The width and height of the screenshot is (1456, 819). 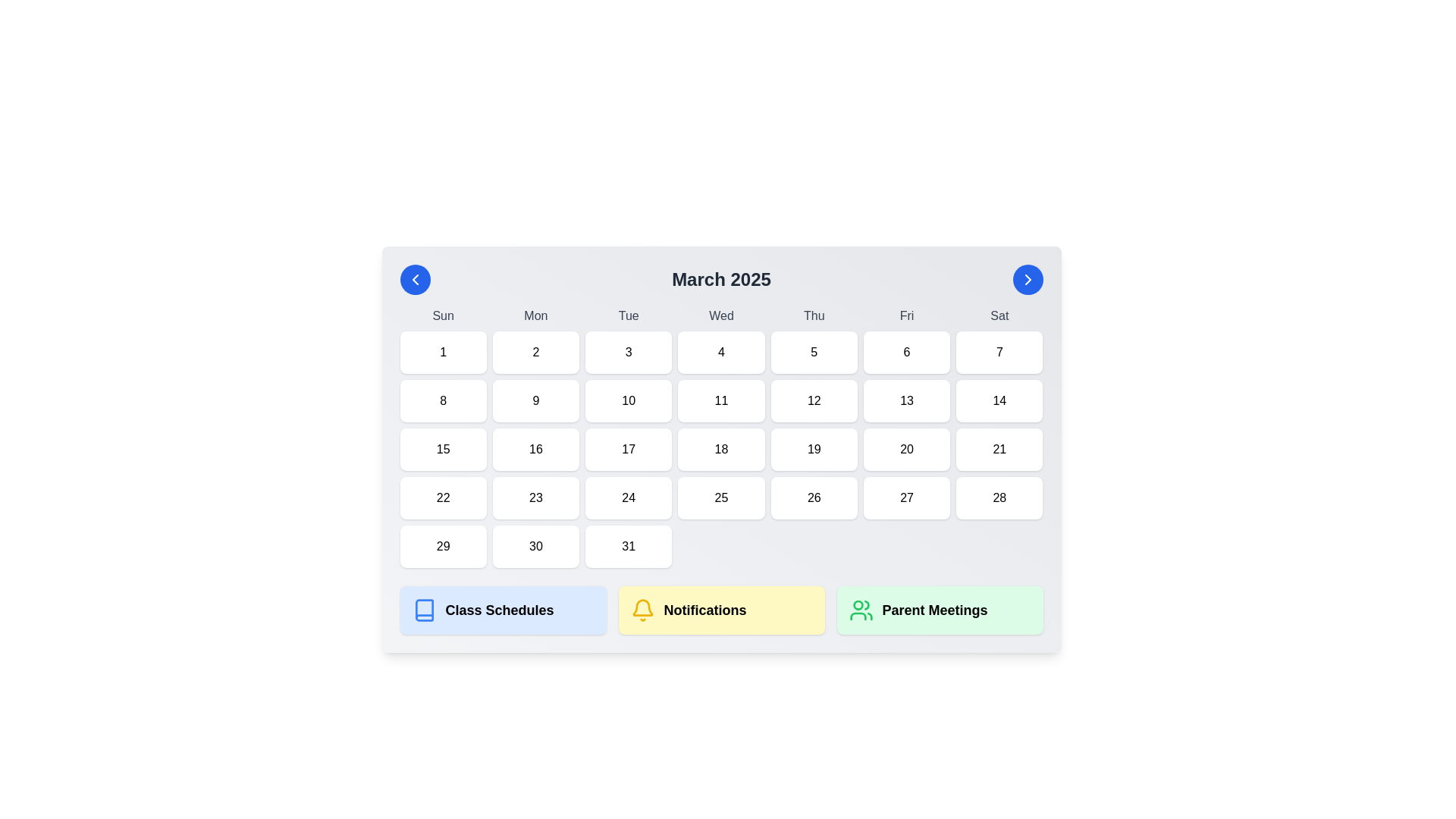 I want to click on the notification icon located in the Notifications section at the bottom-center area of the view, so click(x=642, y=610).